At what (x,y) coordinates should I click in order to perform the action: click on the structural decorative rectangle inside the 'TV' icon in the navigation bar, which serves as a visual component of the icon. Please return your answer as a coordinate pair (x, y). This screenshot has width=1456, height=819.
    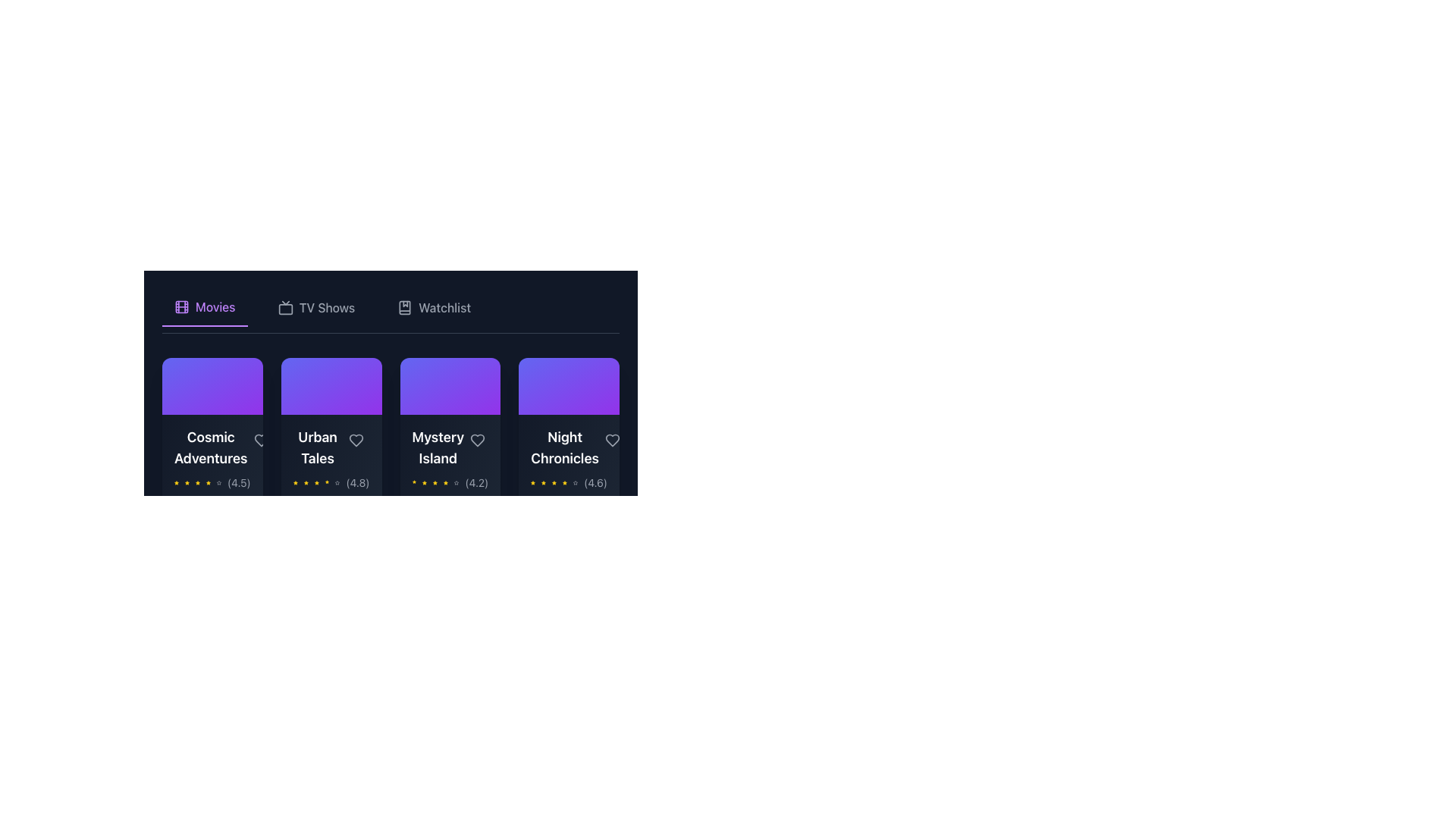
    Looking at the image, I should click on (285, 309).